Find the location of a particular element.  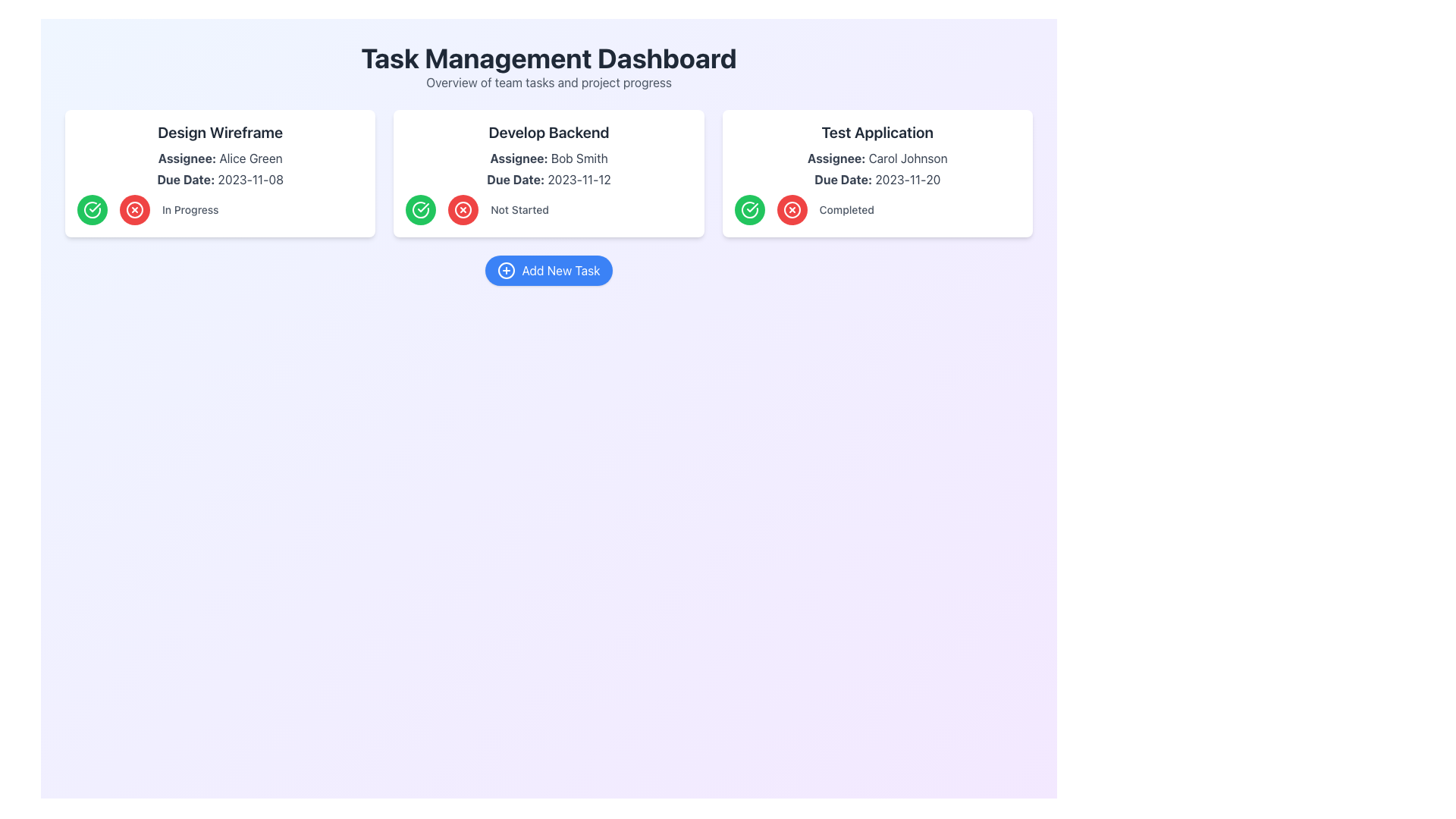

the text label that reads 'Overview of team tasks and project progress', which is centrally positioned beneath the heading 'Task Management Dashboard' is located at coordinates (548, 82).